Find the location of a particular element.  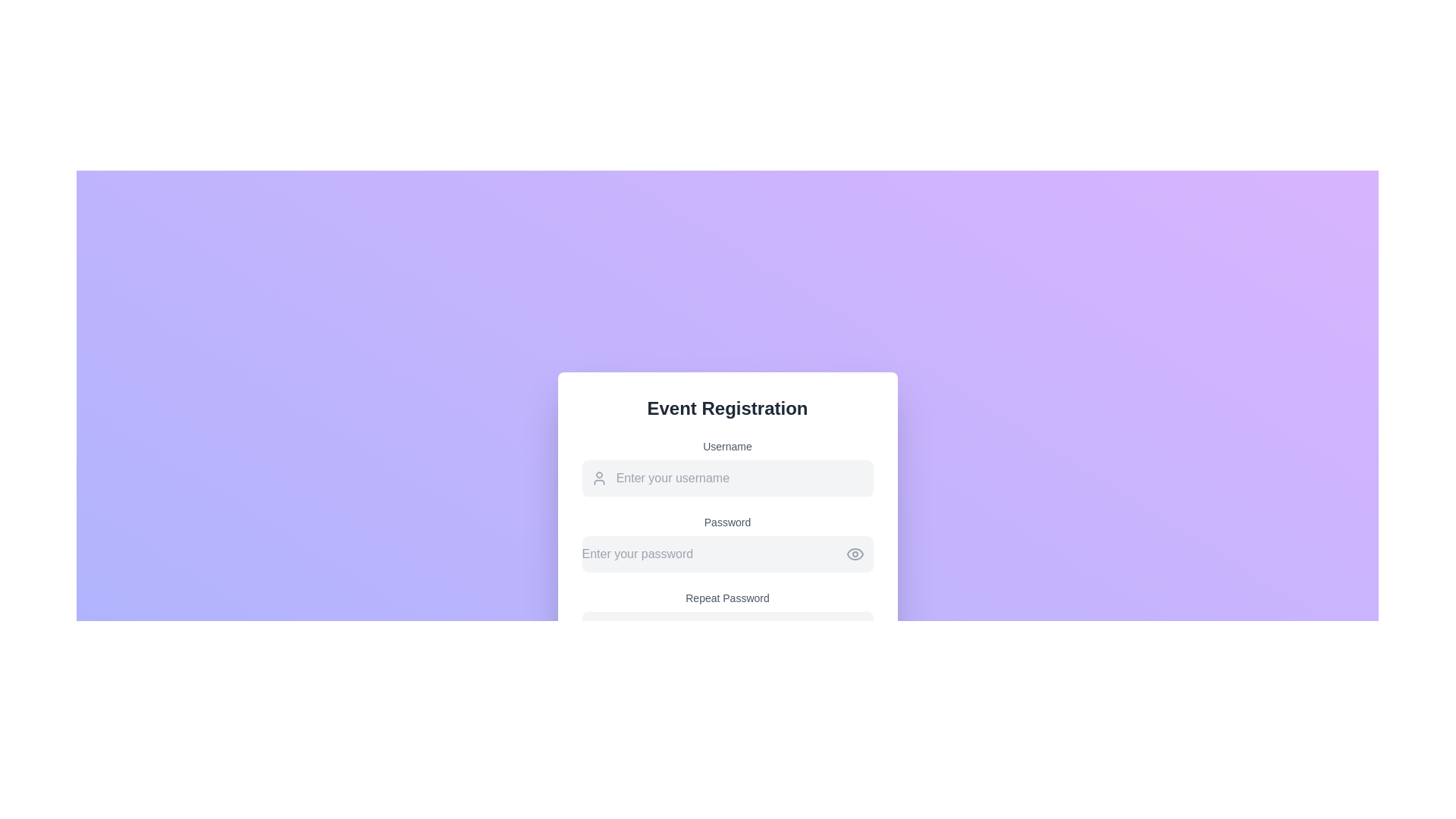

the label that instructs the user to repeat their password, which is positioned directly above the text input box for password confirmation is located at coordinates (726, 598).